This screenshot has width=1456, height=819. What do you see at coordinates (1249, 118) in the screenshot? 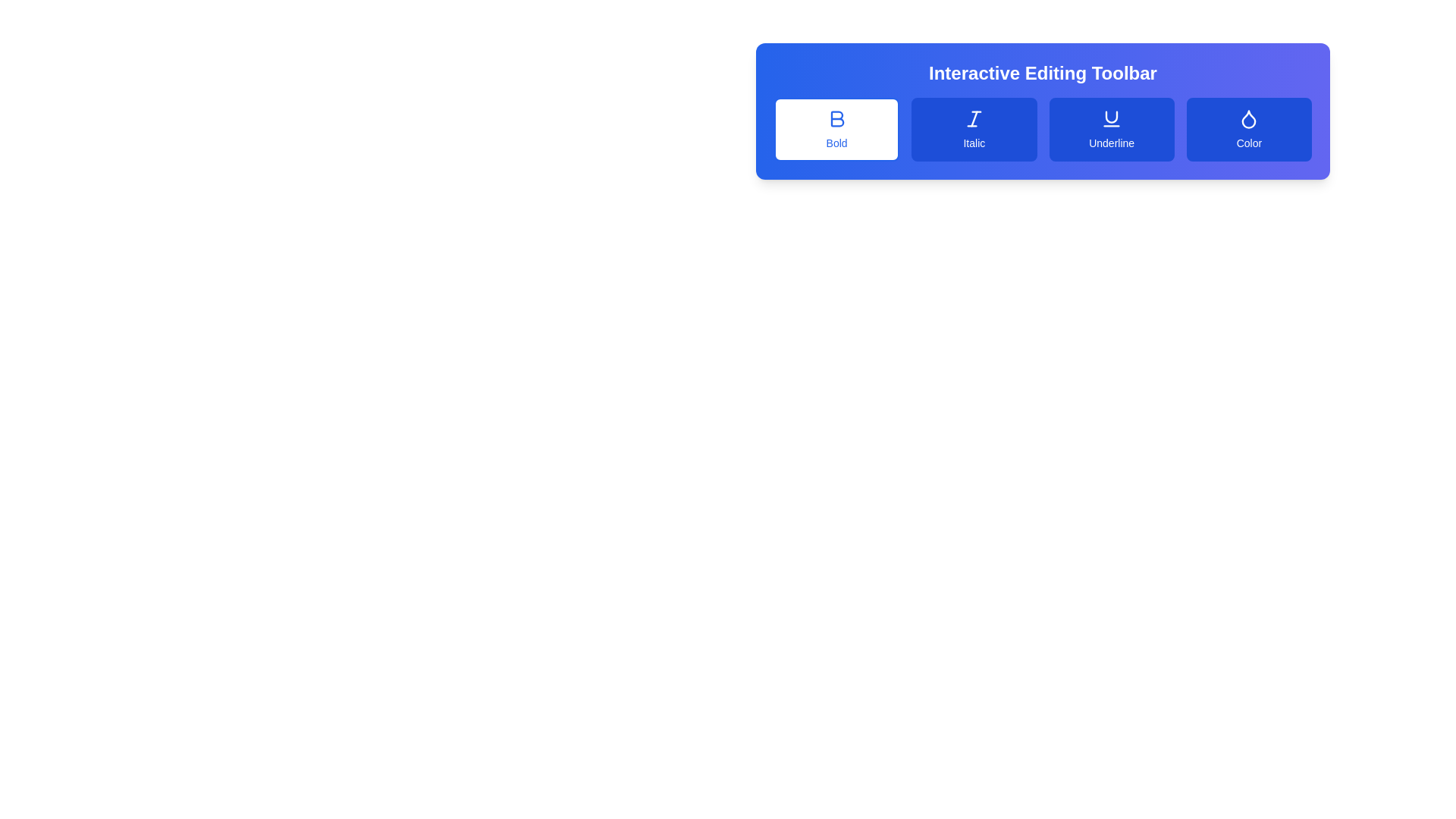
I see `the waterdrop-shaped icon with a blue fill located at the far right of the toolbar` at bounding box center [1249, 118].